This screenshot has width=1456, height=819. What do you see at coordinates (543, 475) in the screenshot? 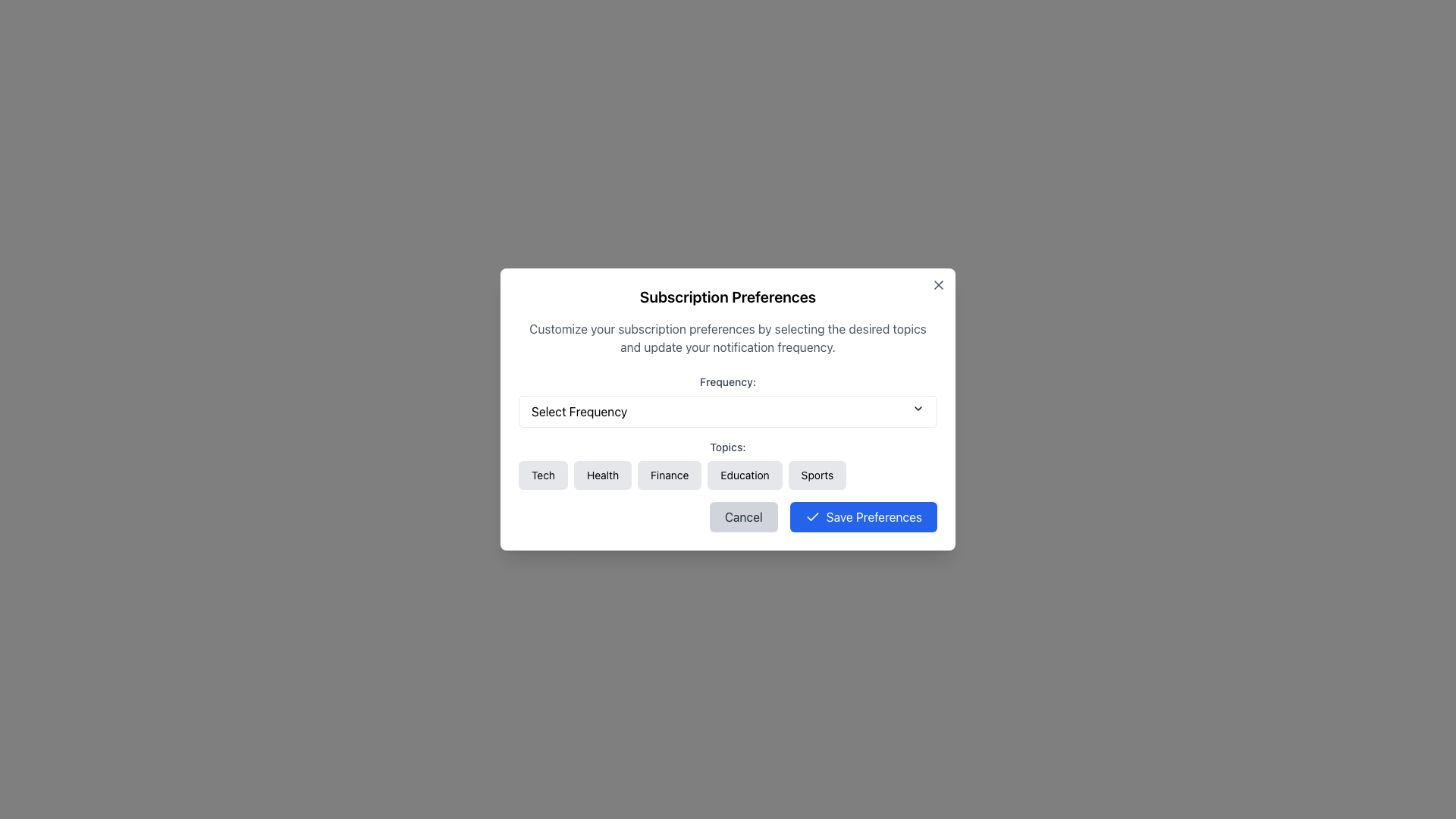
I see `the 'Tech' button in the subscription preferences dialog` at bounding box center [543, 475].